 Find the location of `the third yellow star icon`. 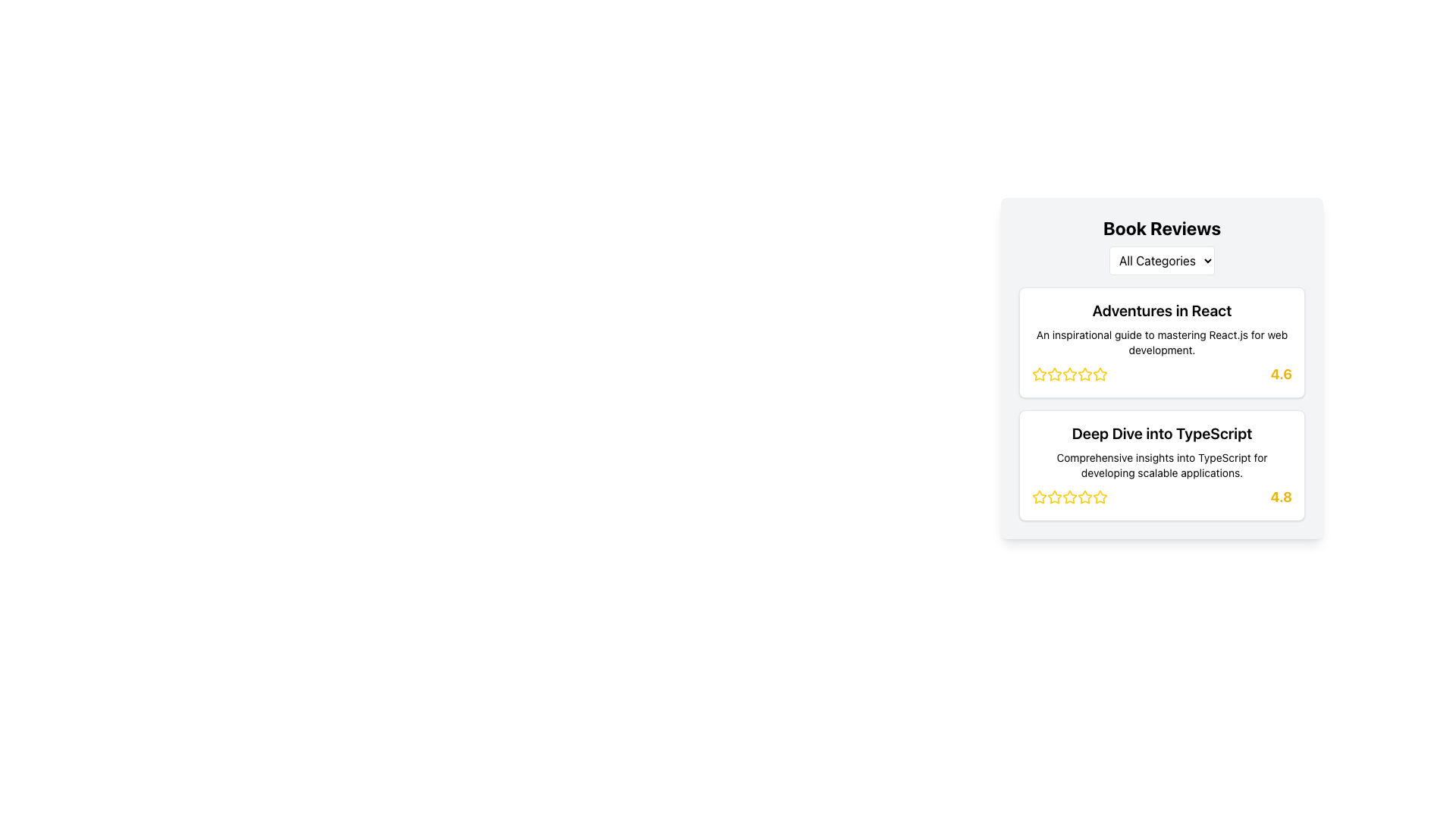

the third yellow star icon is located at coordinates (1054, 497).